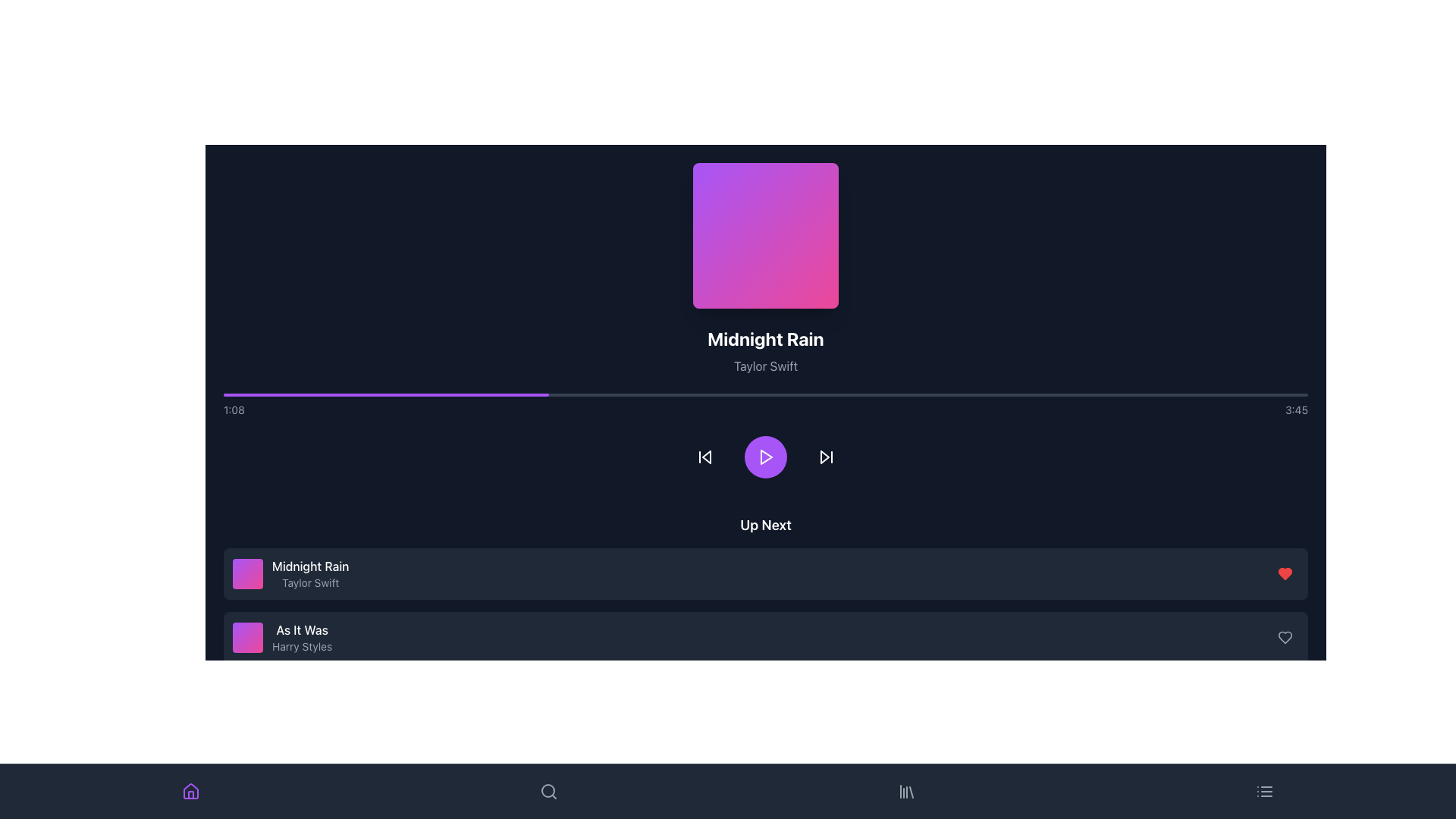 The width and height of the screenshot is (1456, 819). I want to click on the progress bar, so click(453, 394).